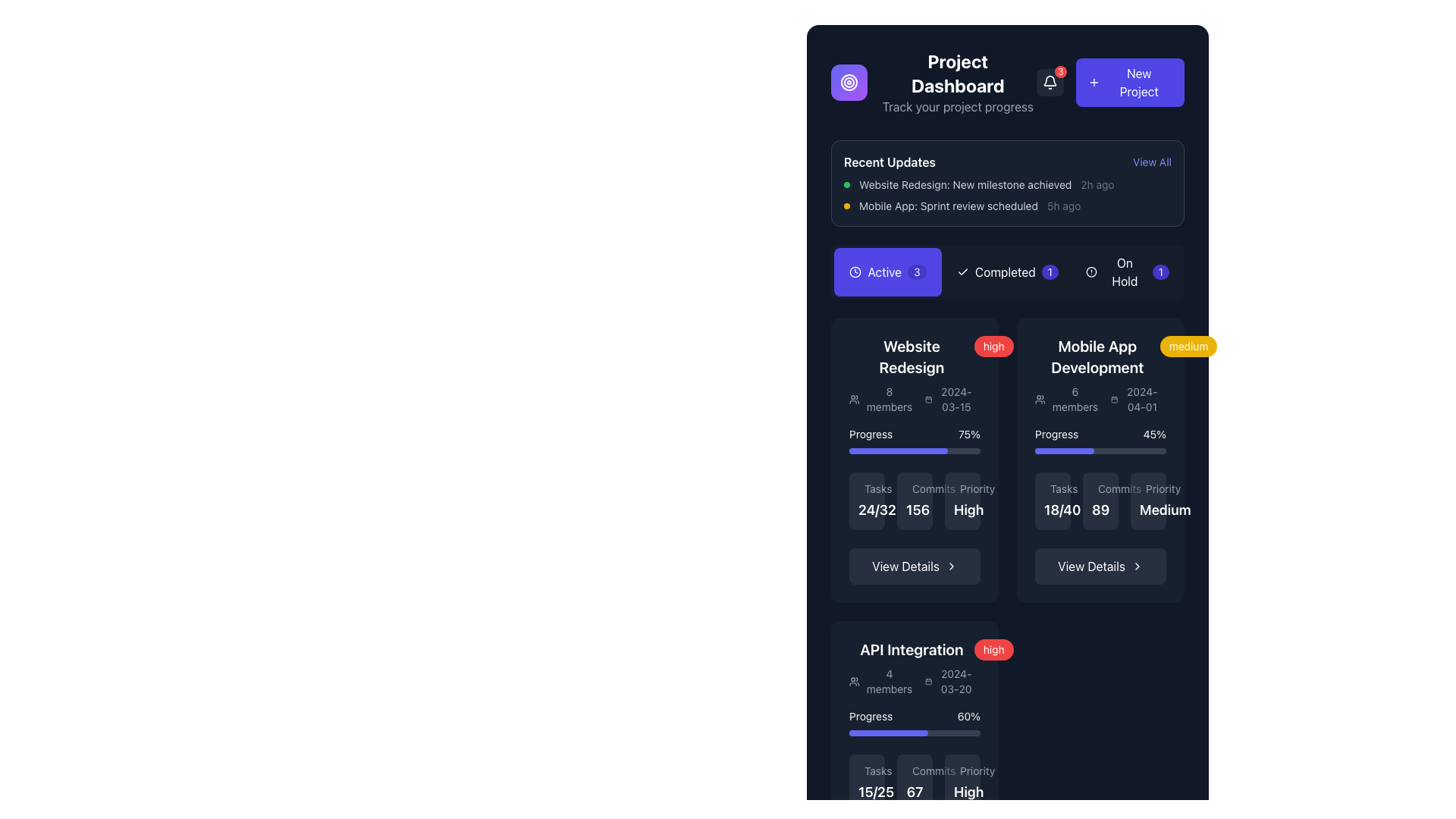  I want to click on the Information Display element that shows 'Commits' and '156', which is the second card in the 'Website Redesign' section, so click(914, 500).